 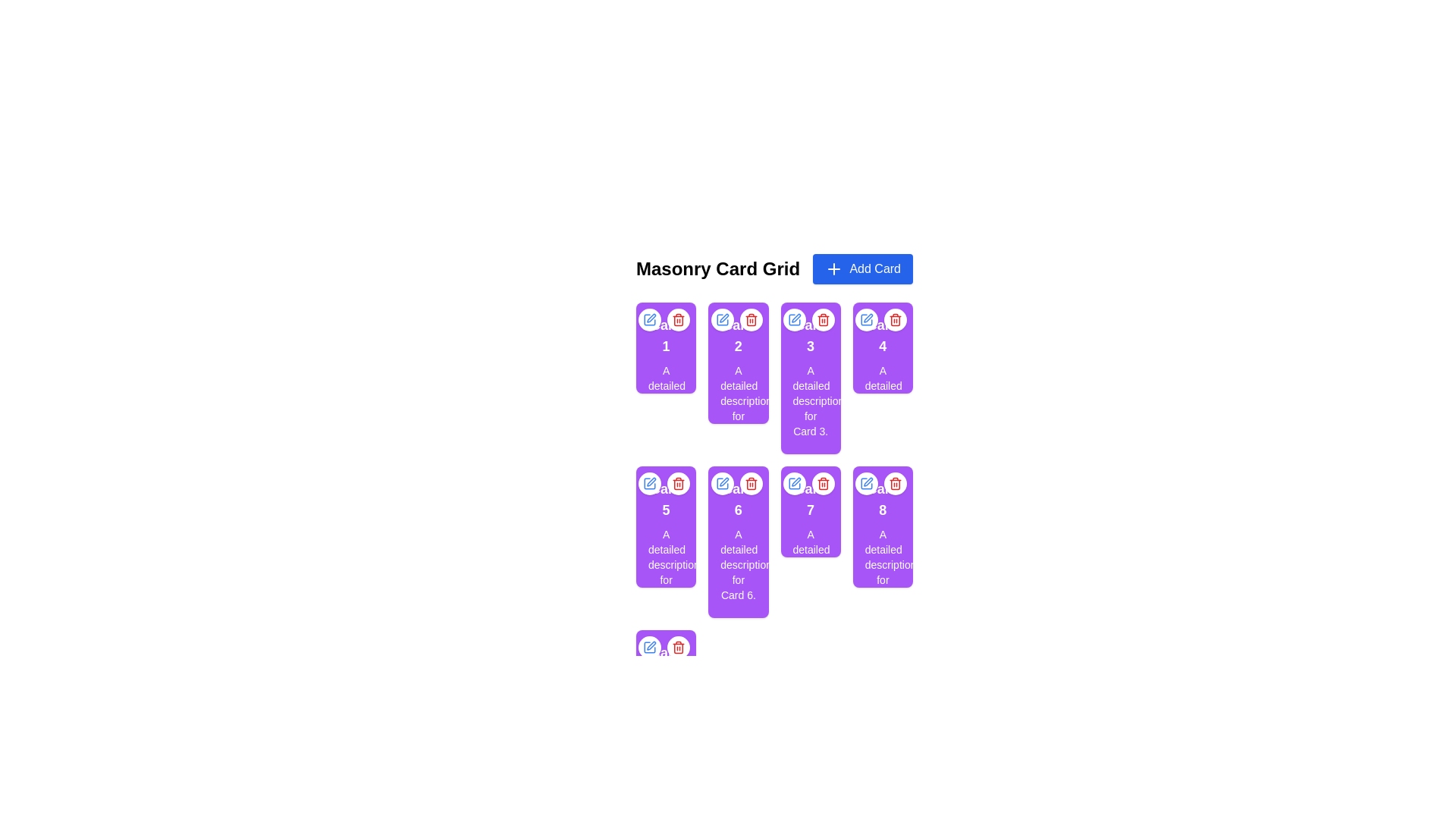 What do you see at coordinates (678, 647) in the screenshot?
I see `the circular delete button with a red trash can icon located in the top-right corner group` at bounding box center [678, 647].